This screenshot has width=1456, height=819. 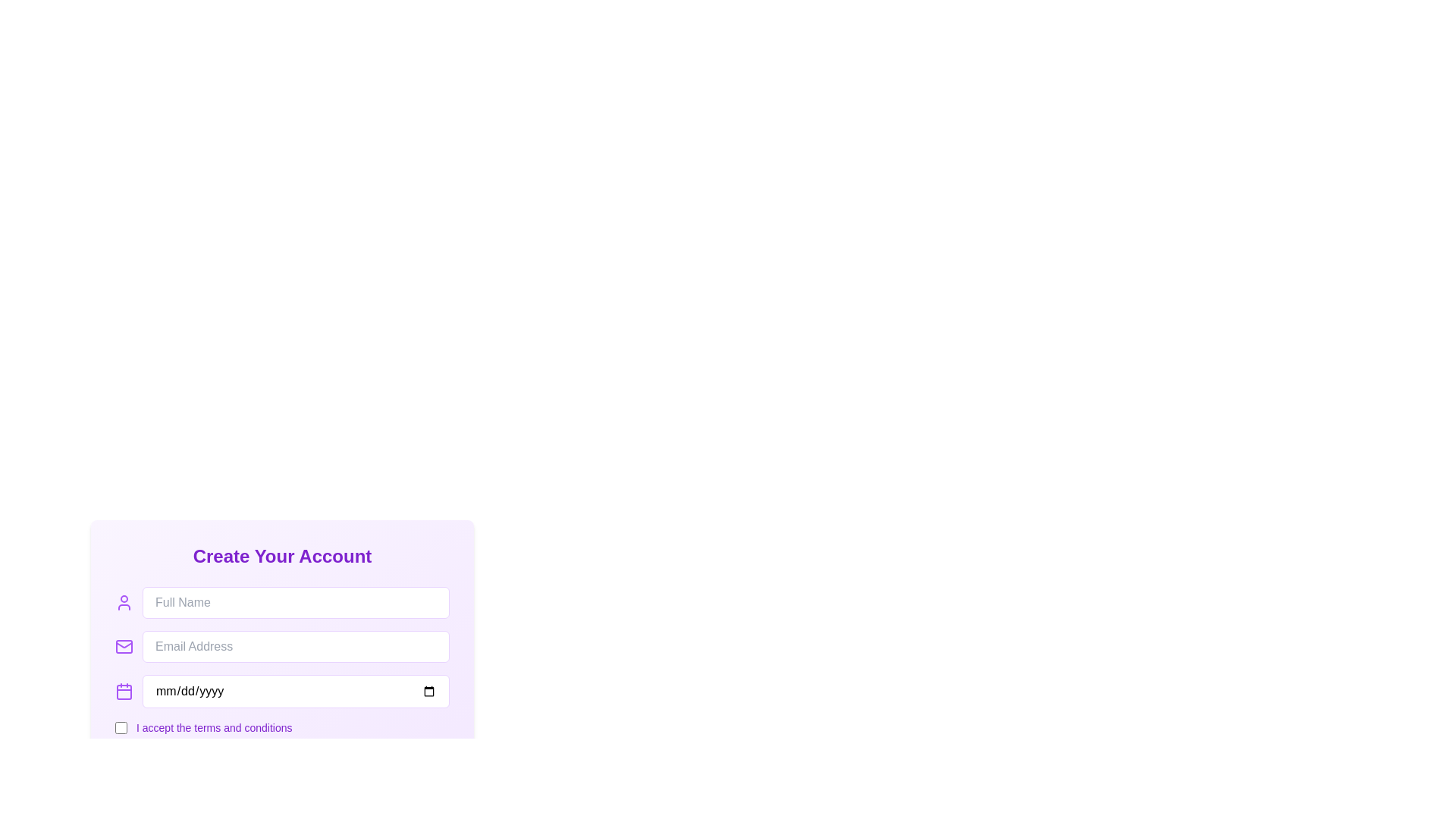 What do you see at coordinates (296, 646) in the screenshot?
I see `the text input field for 'Email Address' by tabbing to it, which is styled with a rounded border and light purple accents, following the 'Full Name' field` at bounding box center [296, 646].